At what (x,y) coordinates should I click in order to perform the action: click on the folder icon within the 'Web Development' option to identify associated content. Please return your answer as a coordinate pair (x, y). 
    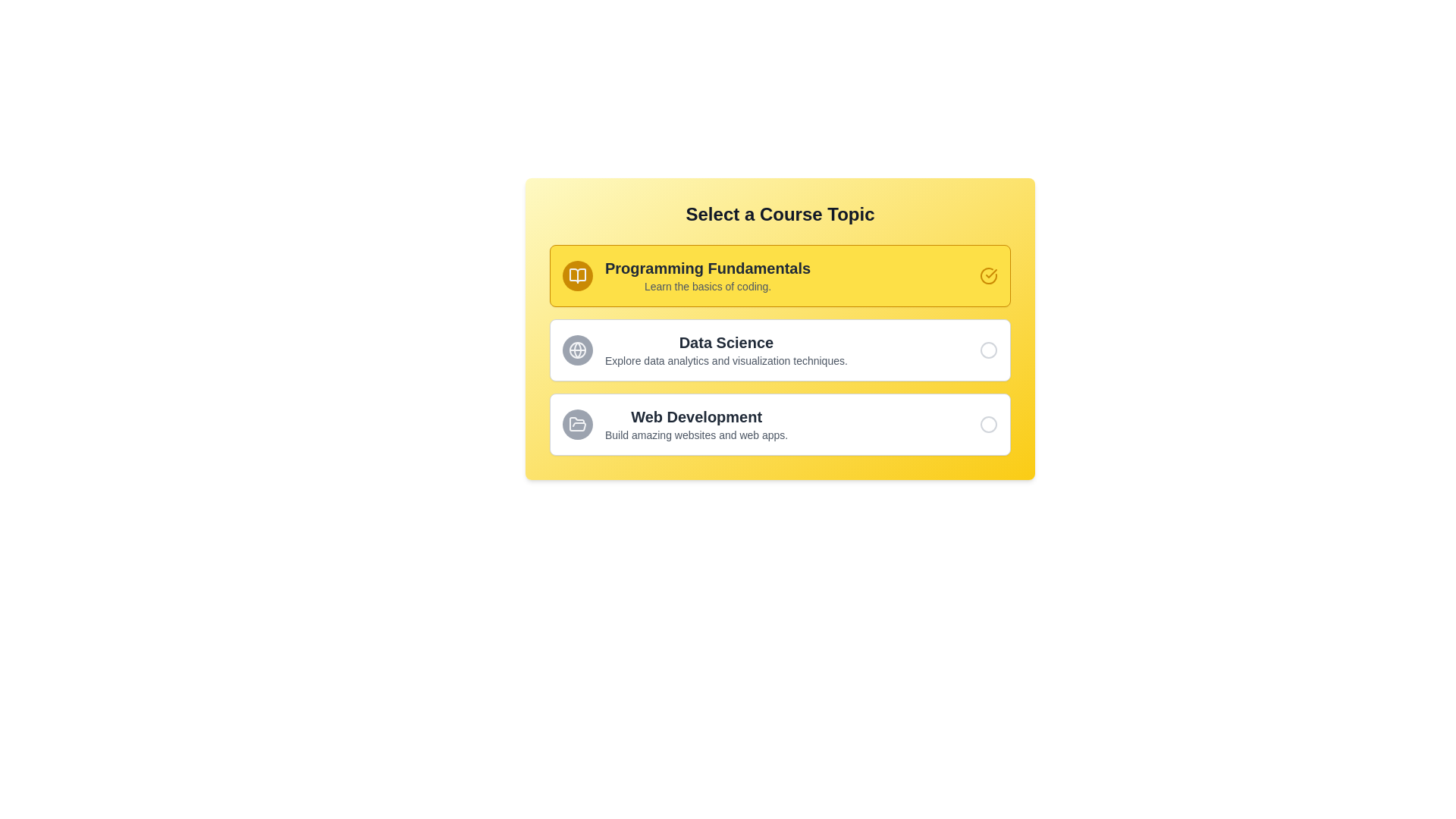
    Looking at the image, I should click on (577, 424).